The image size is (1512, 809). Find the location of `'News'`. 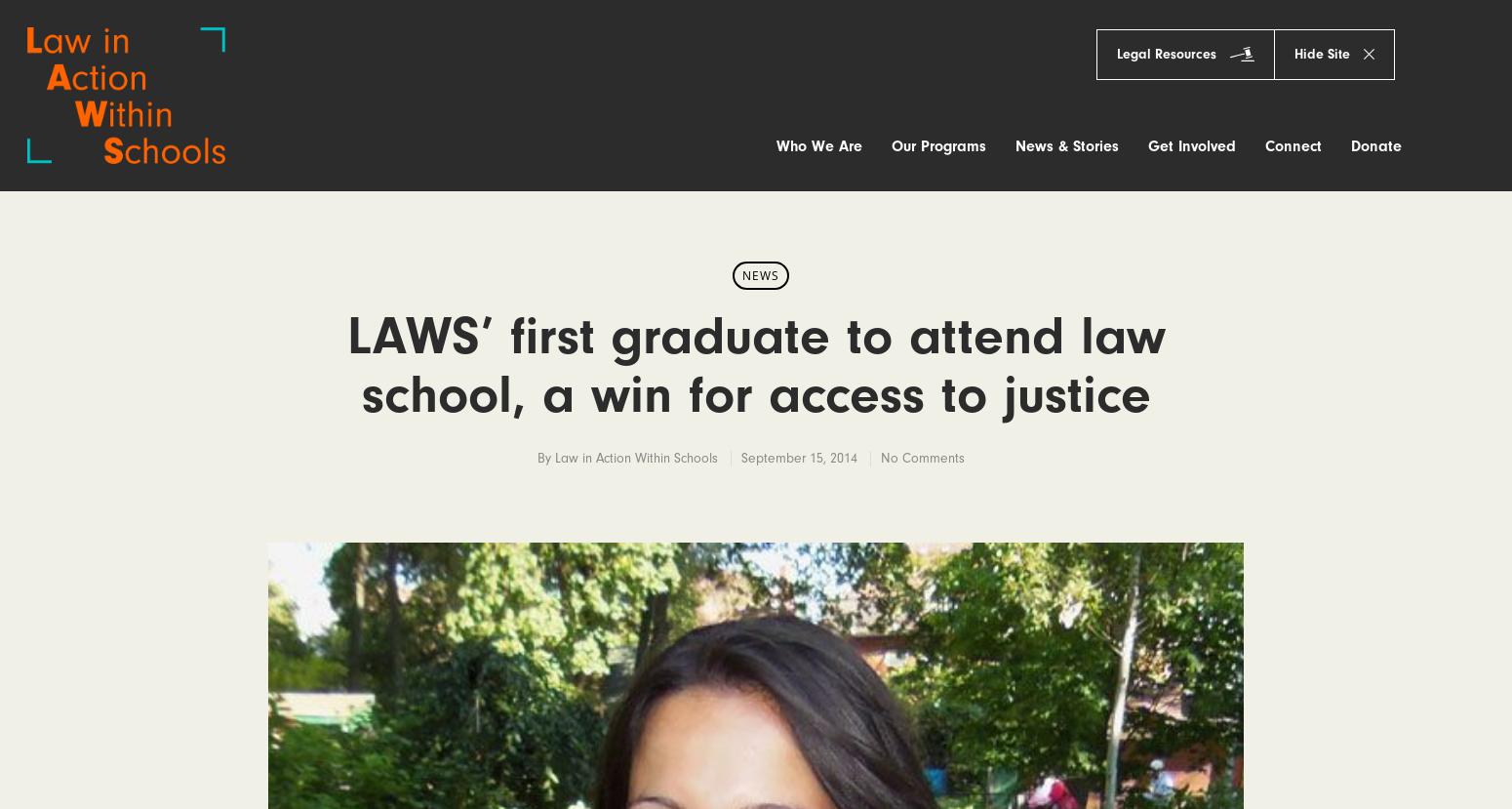

'News' is located at coordinates (759, 274).